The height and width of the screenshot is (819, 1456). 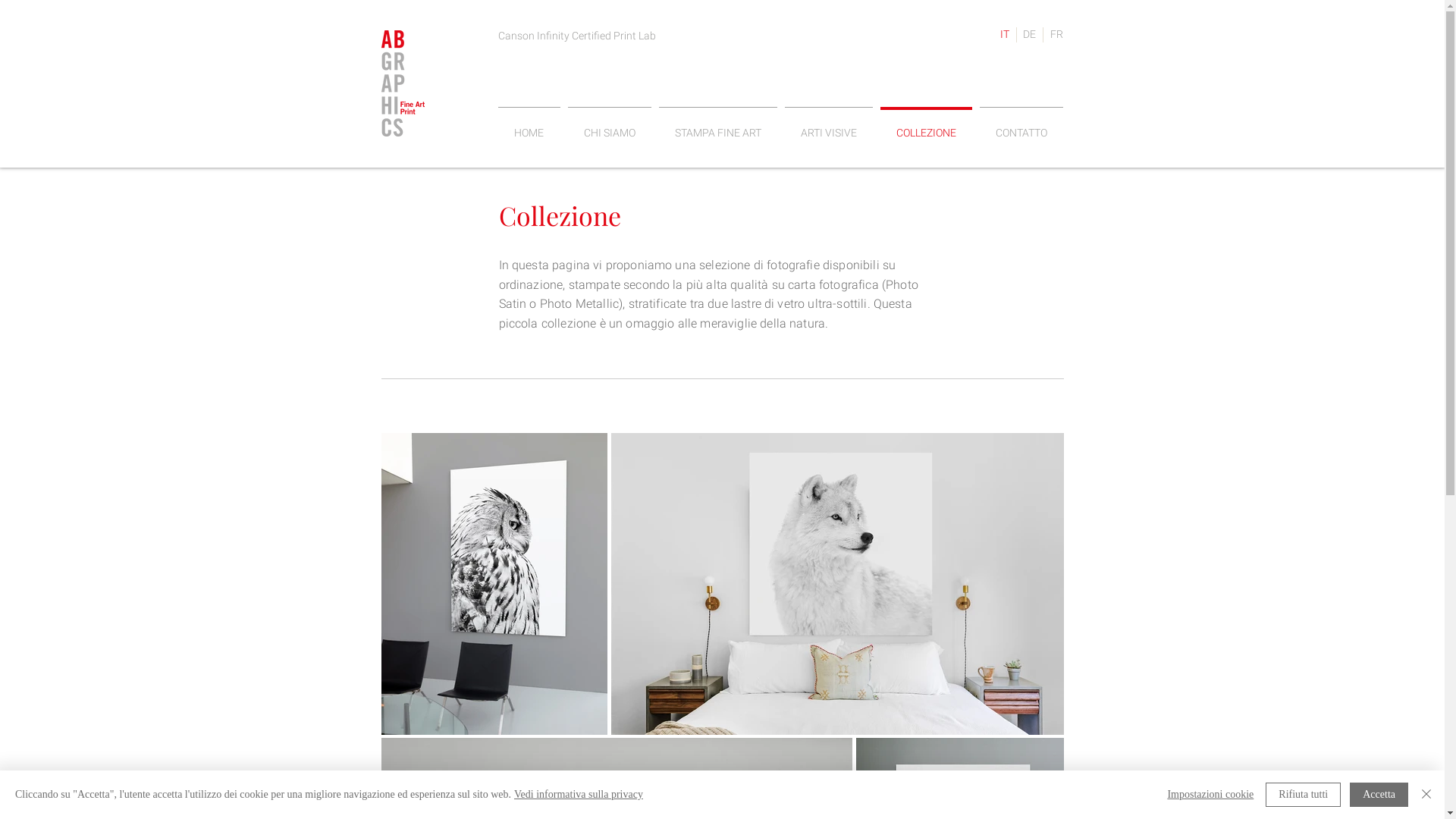 I want to click on 'Vedi informativa sulla privacy', so click(x=578, y=793).